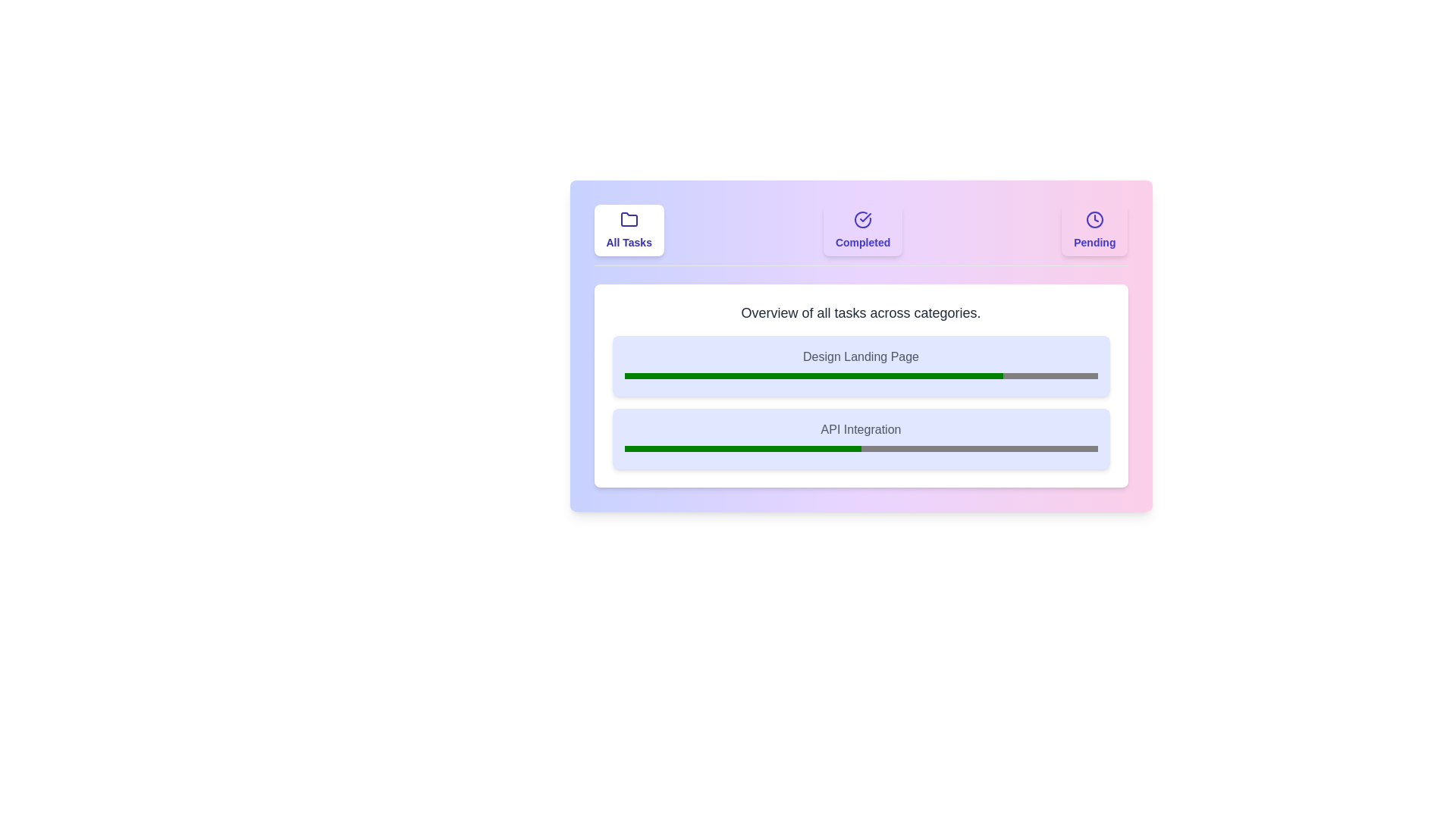  Describe the element at coordinates (861, 366) in the screenshot. I see `task name from the progress bar indicating the task 'Design Landing Page.'` at that location.